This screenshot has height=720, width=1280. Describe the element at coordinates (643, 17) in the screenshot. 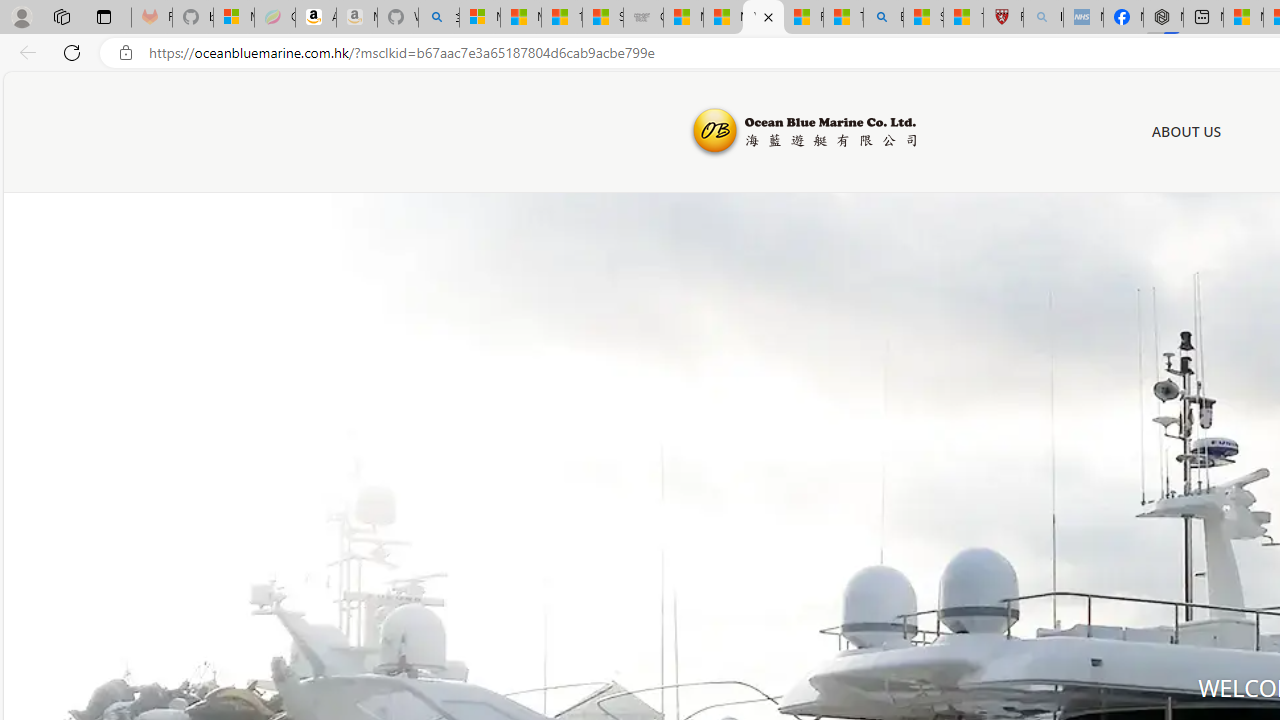

I see `'Combat Siege'` at that location.